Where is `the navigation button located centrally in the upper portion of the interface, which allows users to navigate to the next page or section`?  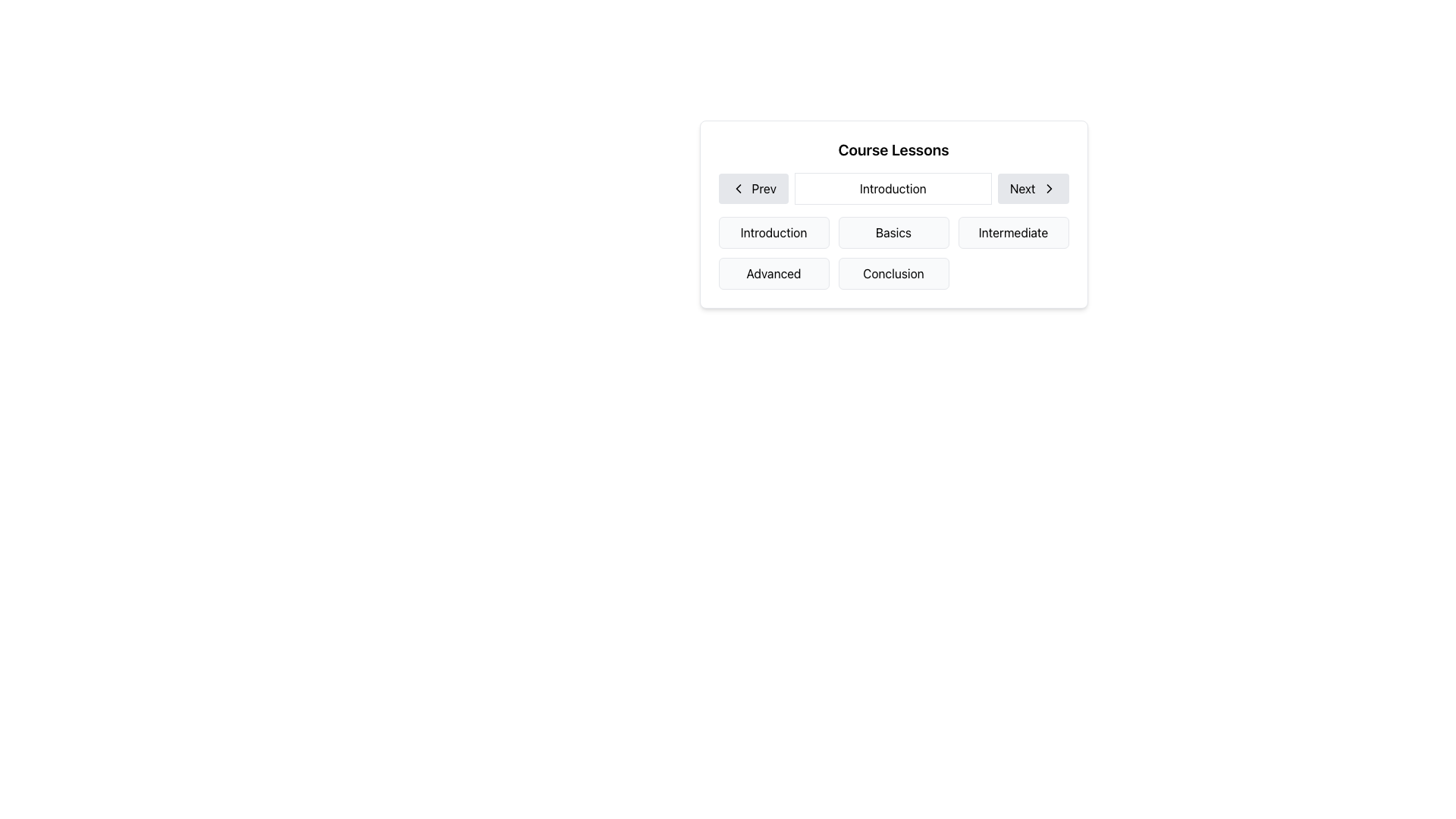
the navigation button located centrally in the upper portion of the interface, which allows users to navigate to the next page or section is located at coordinates (1032, 188).